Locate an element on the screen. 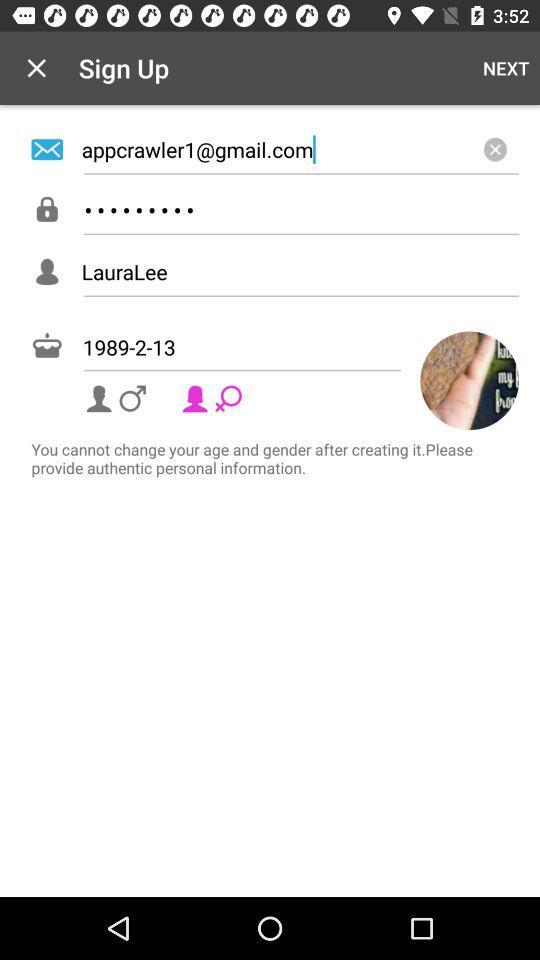  the avatar icon is located at coordinates (469, 379).